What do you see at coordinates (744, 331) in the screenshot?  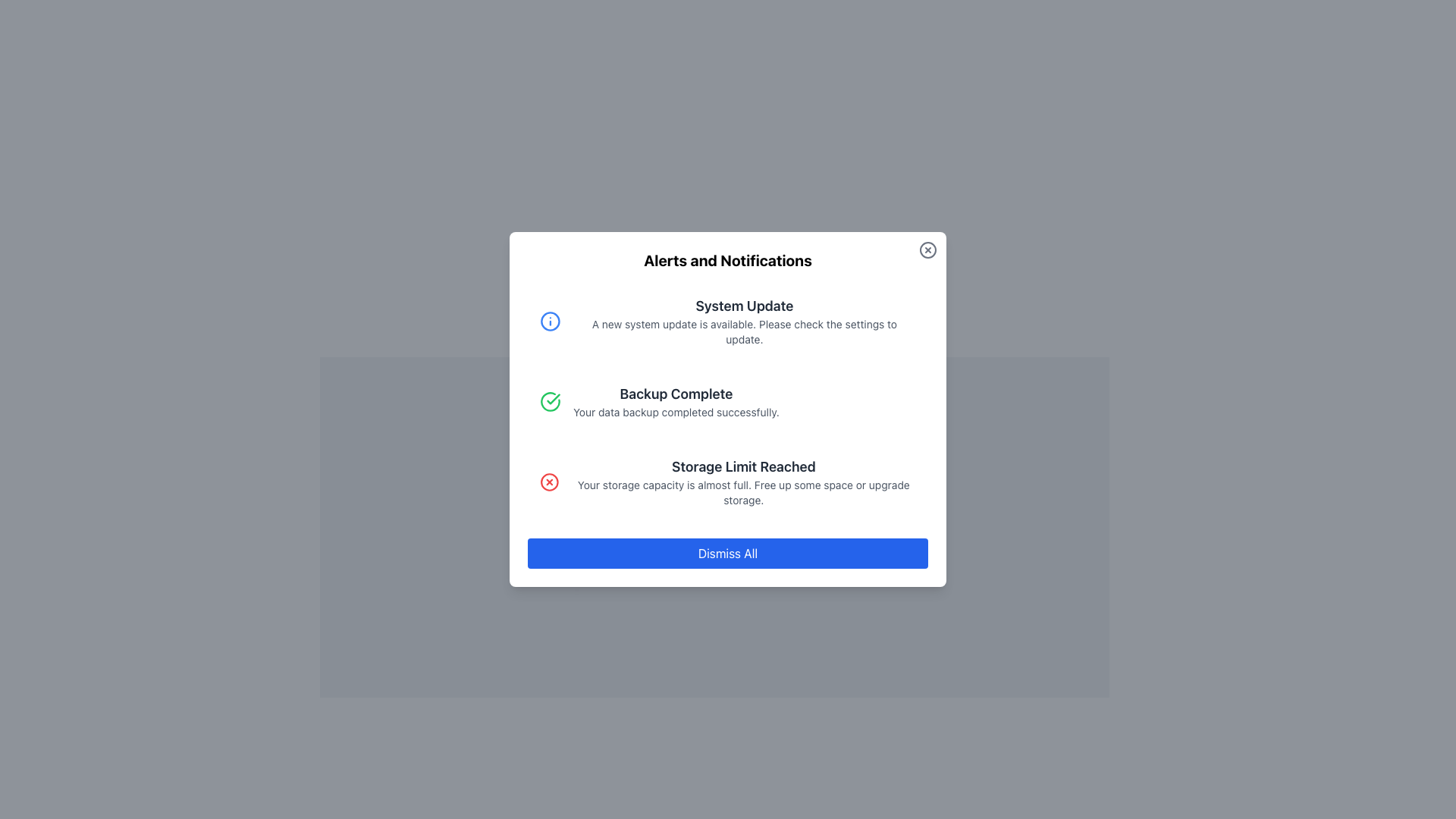 I see `informational text displaying 'A new system update is available. Please check the settings to update.' which is located below the title 'System Update' in the Alerts and Notifications card` at bounding box center [744, 331].